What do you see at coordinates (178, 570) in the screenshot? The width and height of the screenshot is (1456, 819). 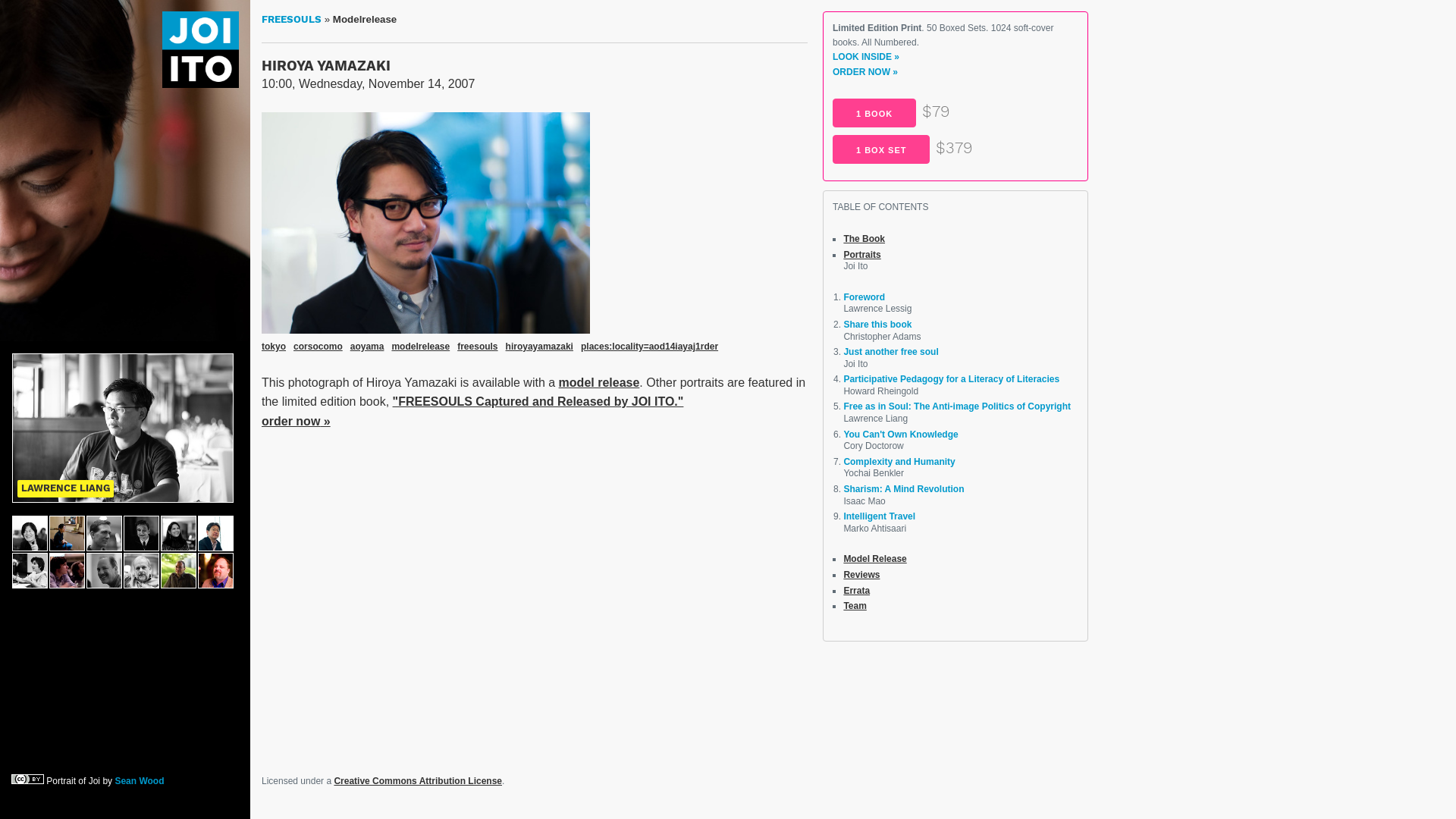 I see `'Kenneth Cukier'` at bounding box center [178, 570].